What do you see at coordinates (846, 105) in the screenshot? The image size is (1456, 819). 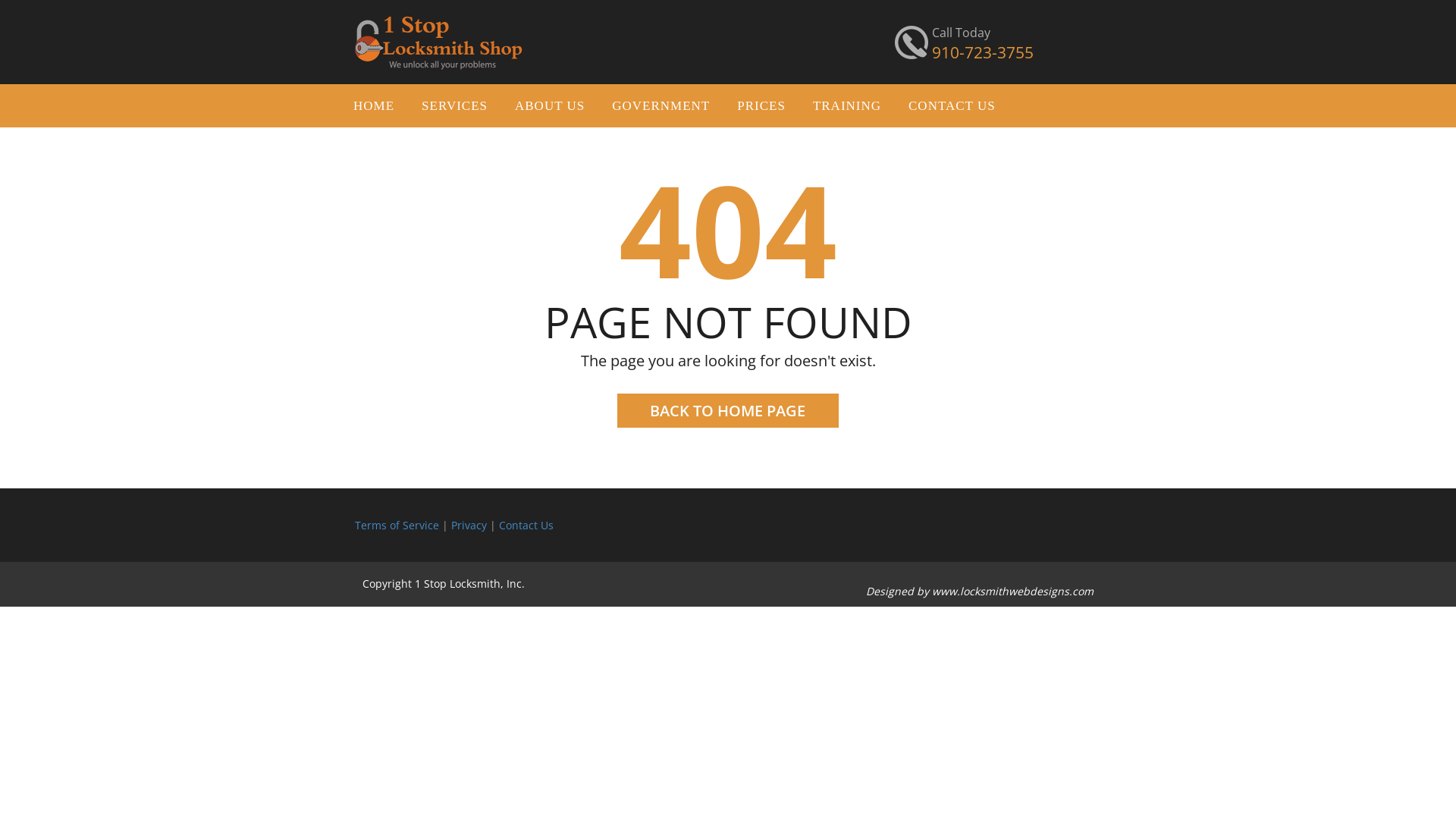 I see `'TRAINING'` at bounding box center [846, 105].